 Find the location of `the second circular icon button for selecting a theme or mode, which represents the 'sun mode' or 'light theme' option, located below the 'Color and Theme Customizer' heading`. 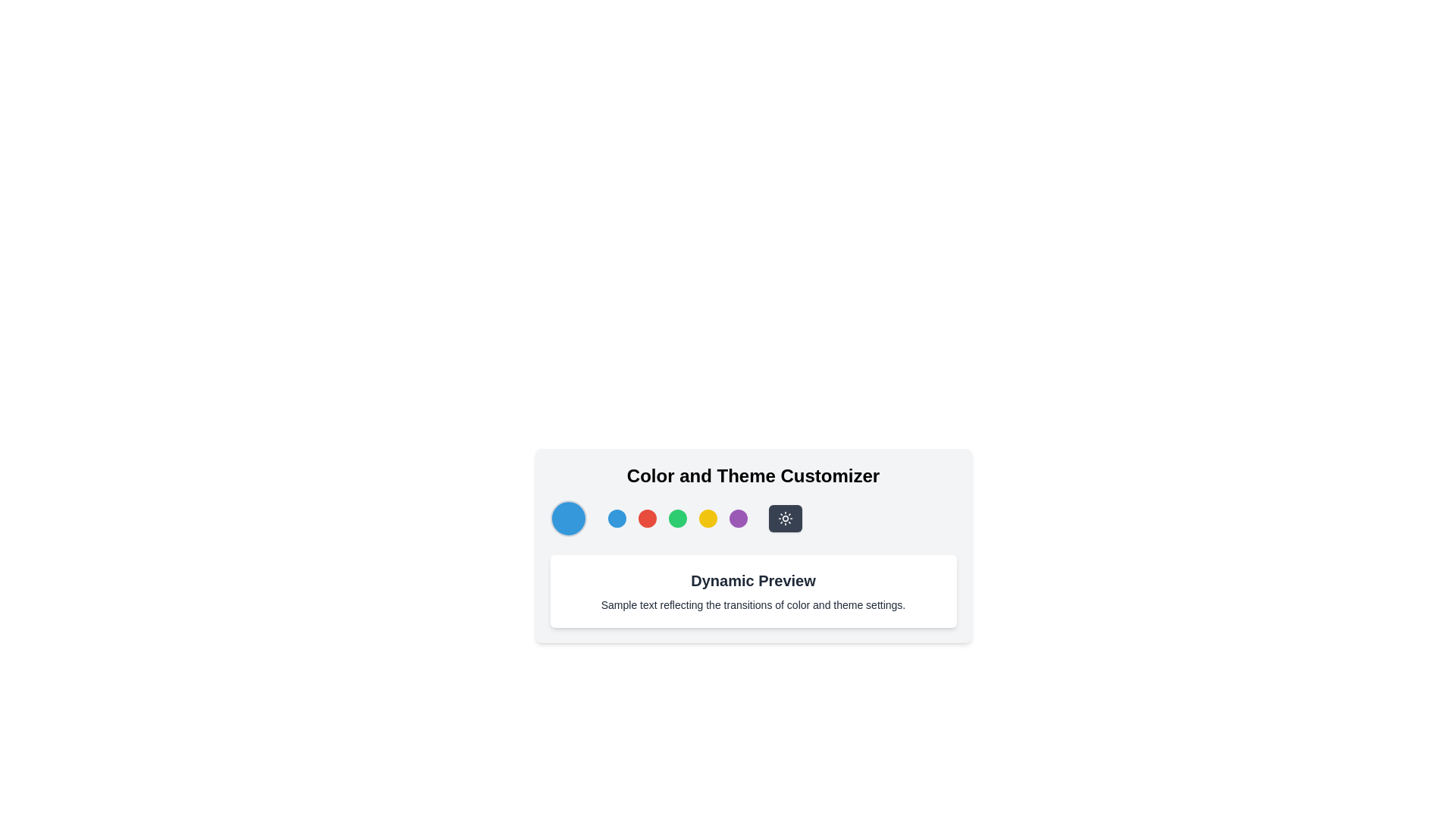

the second circular icon button for selecting a theme or mode, which represents the 'sun mode' or 'light theme' option, located below the 'Color and Theme Customizer' heading is located at coordinates (785, 517).